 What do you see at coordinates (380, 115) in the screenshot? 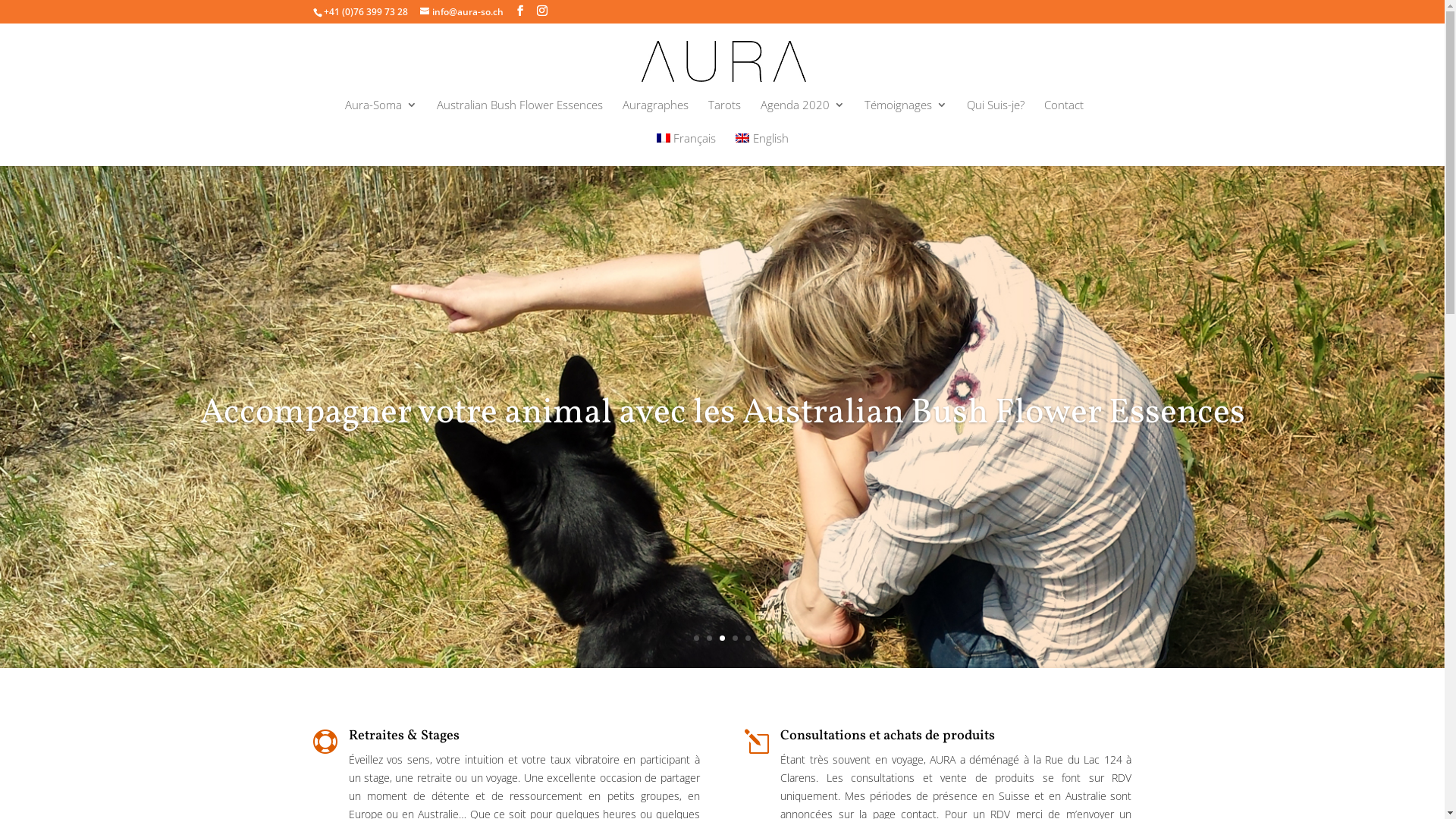
I see `'Aura-Soma'` at bounding box center [380, 115].